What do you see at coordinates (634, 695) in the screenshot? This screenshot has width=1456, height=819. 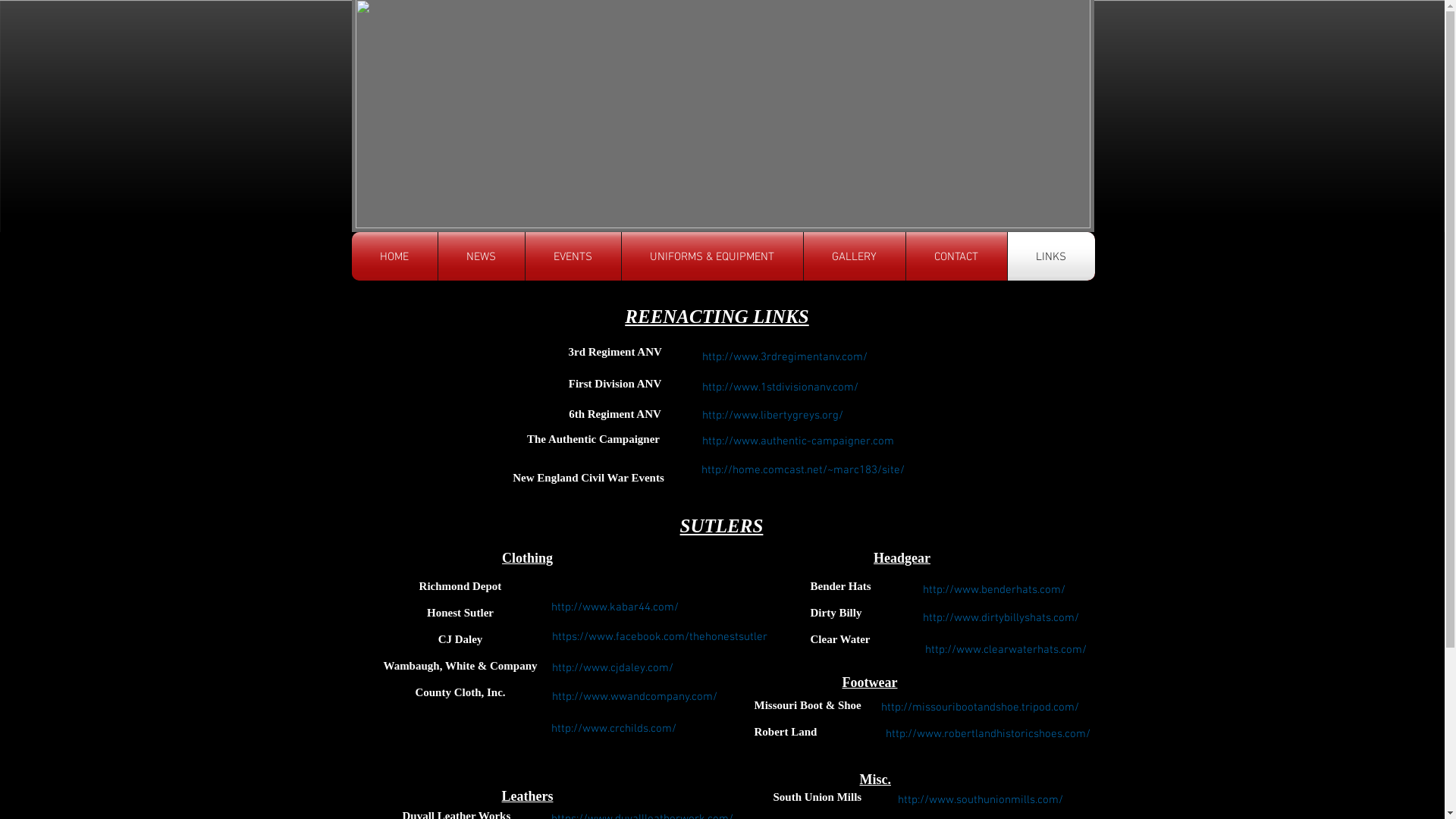 I see `'http://www.wwandcompany.com/'` at bounding box center [634, 695].